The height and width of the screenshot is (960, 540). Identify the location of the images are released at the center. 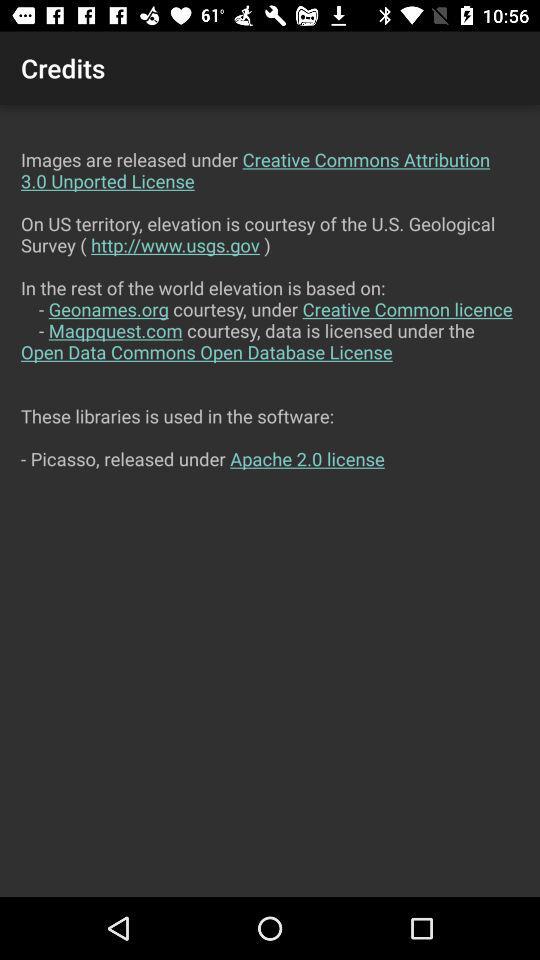
(270, 500).